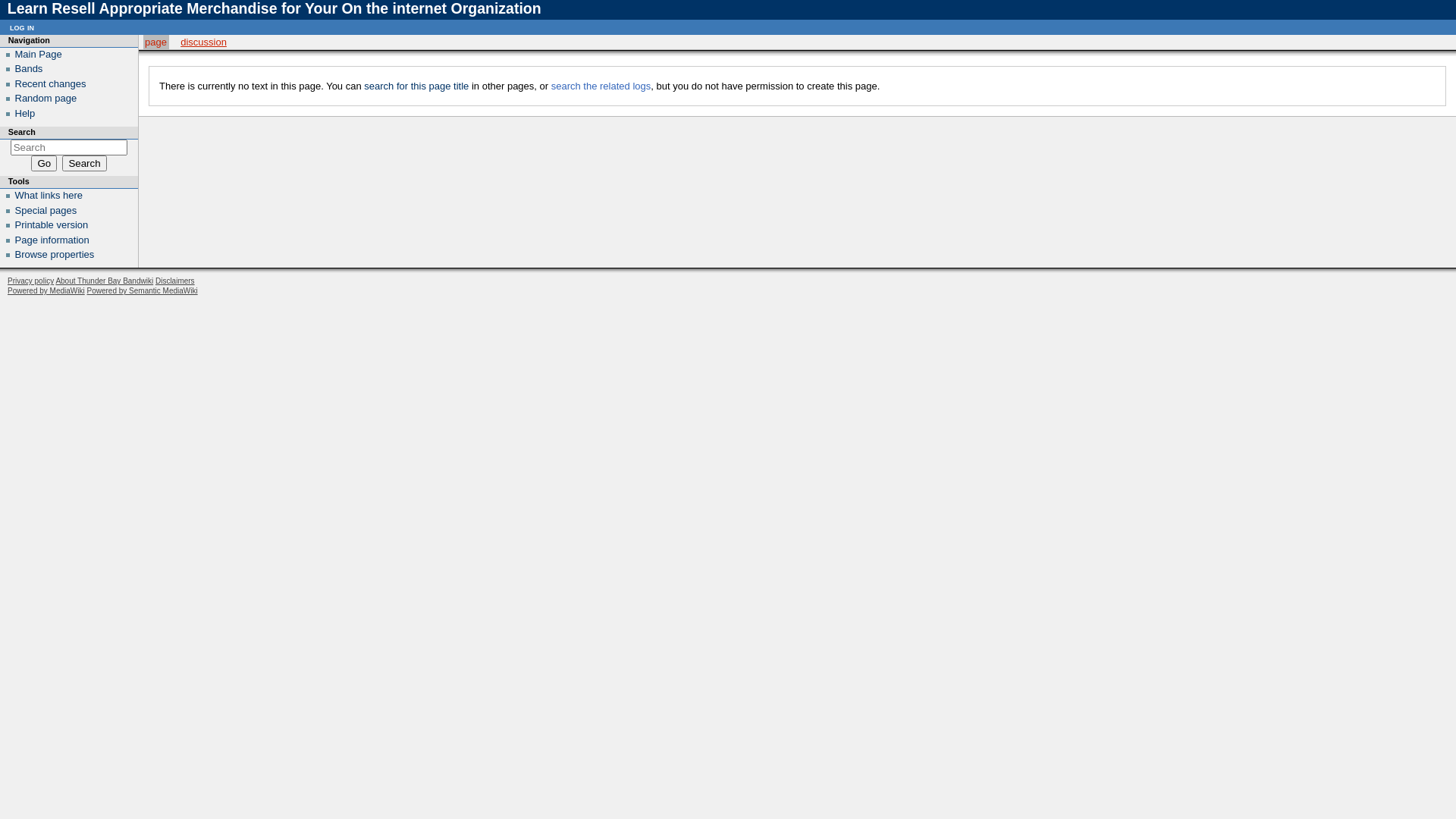 The width and height of the screenshot is (1456, 819). What do you see at coordinates (14, 210) in the screenshot?
I see `'Special pages'` at bounding box center [14, 210].